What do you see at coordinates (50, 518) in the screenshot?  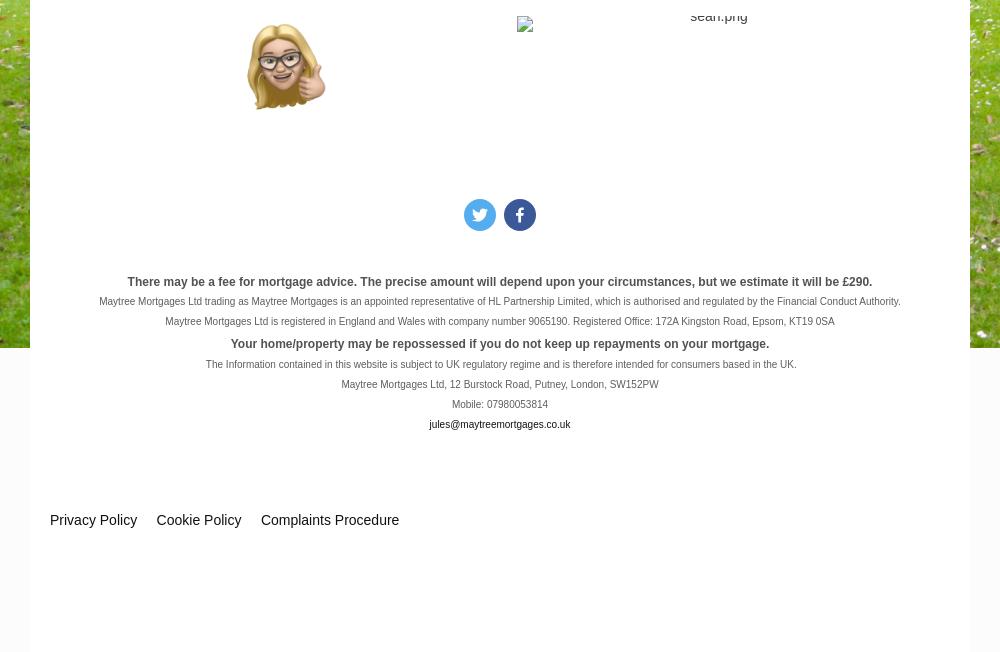 I see `'Privacy Policy'` at bounding box center [50, 518].